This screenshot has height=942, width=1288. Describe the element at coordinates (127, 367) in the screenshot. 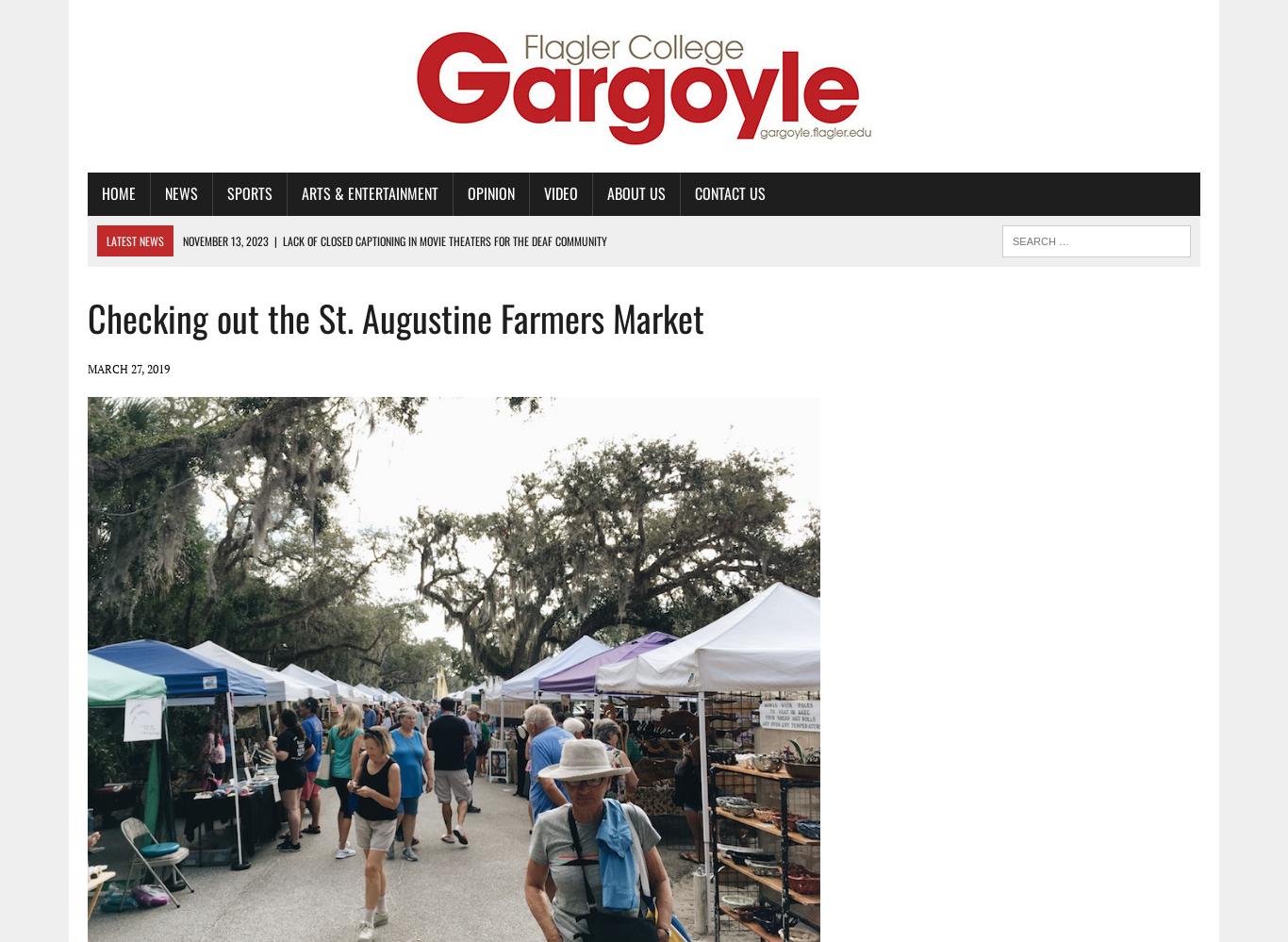

I see `'March 27, 2019'` at that location.